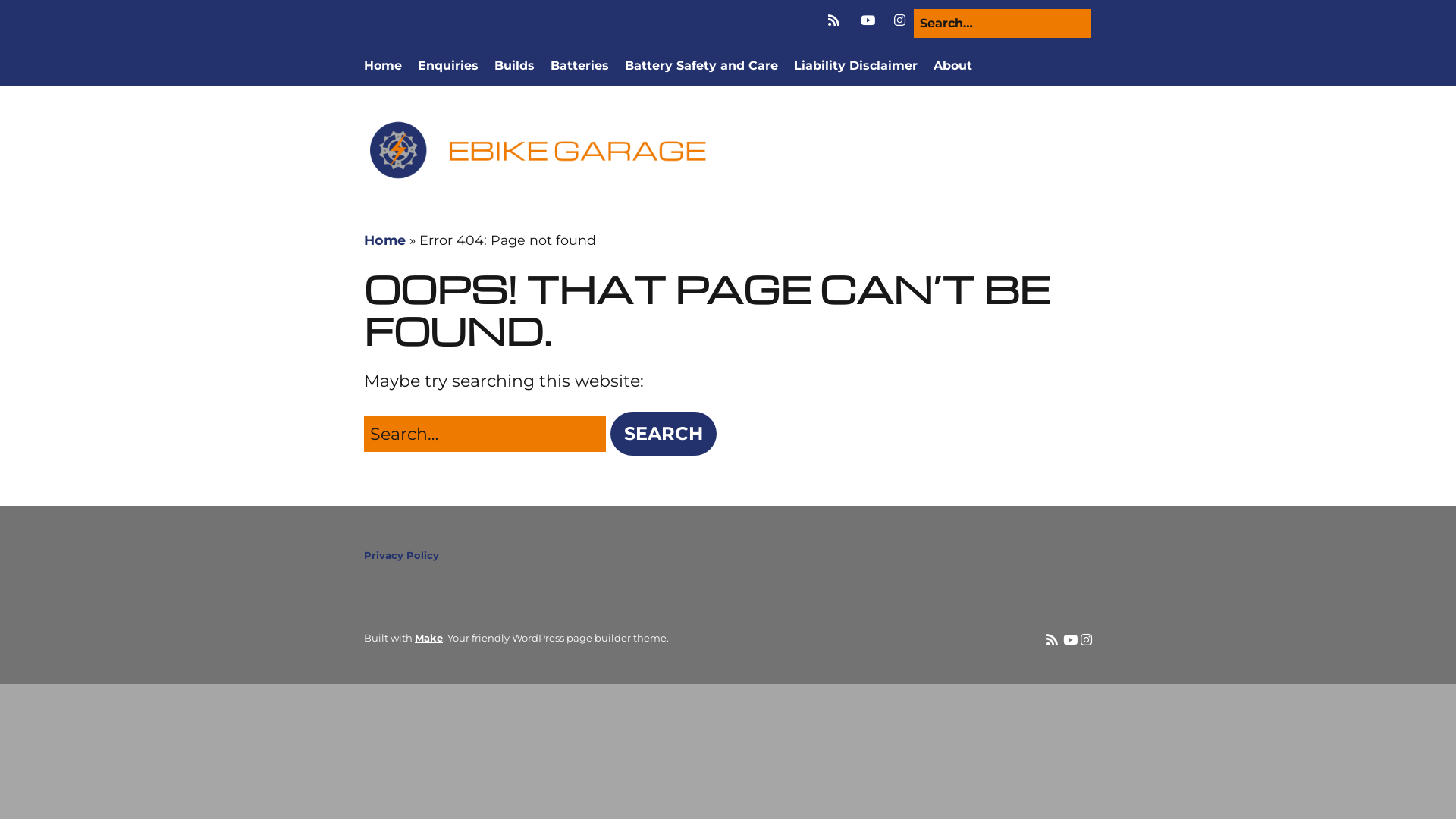 The width and height of the screenshot is (1456, 819). I want to click on 'Press Enter to submit your search', so click(1002, 23).